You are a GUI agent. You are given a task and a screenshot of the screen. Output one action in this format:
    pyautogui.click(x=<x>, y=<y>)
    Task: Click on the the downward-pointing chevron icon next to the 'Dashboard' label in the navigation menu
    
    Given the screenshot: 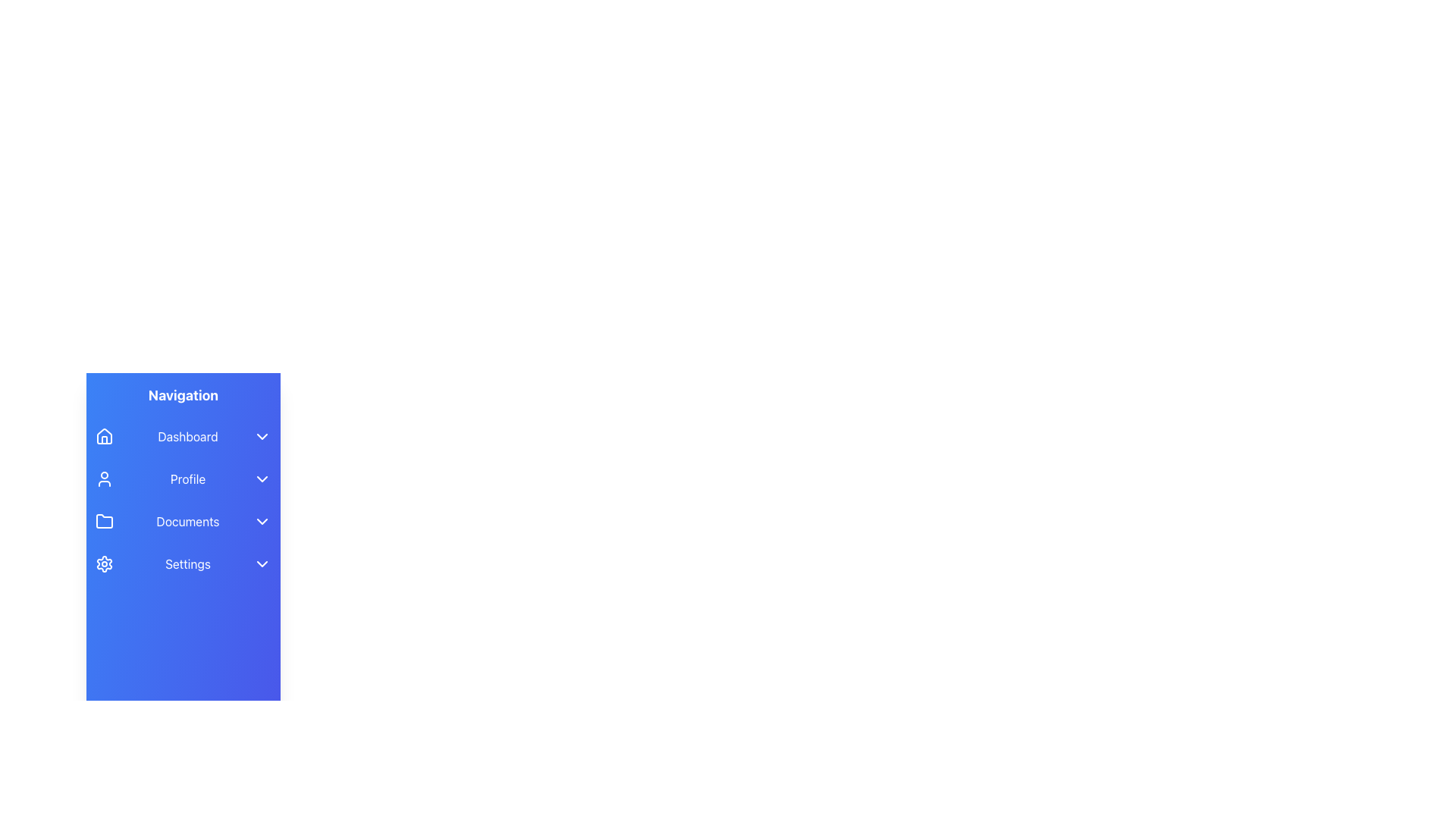 What is the action you would take?
    pyautogui.click(x=262, y=436)
    